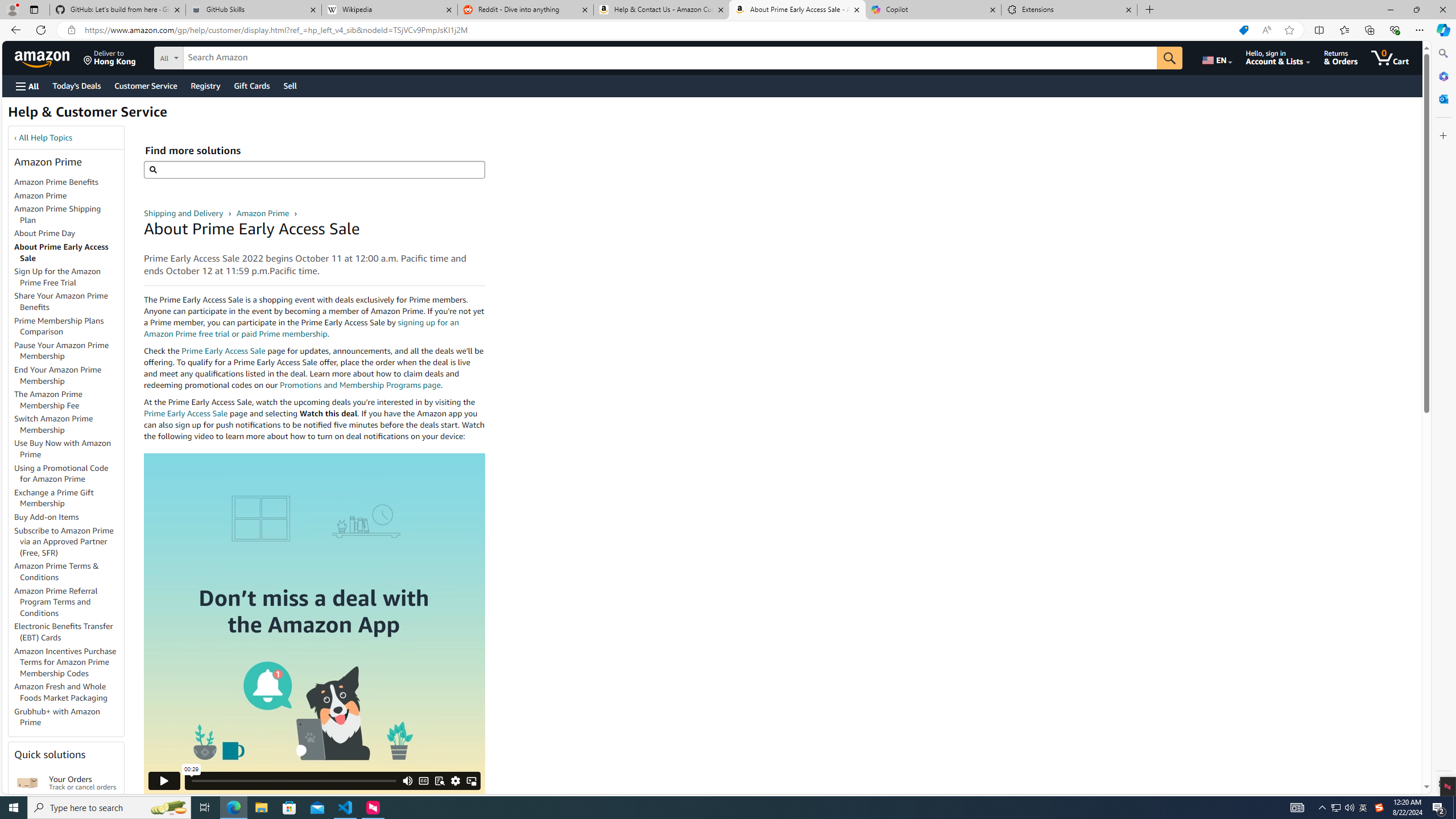  I want to click on 'Amazon Prime Terms & Conditions', so click(69, 571).